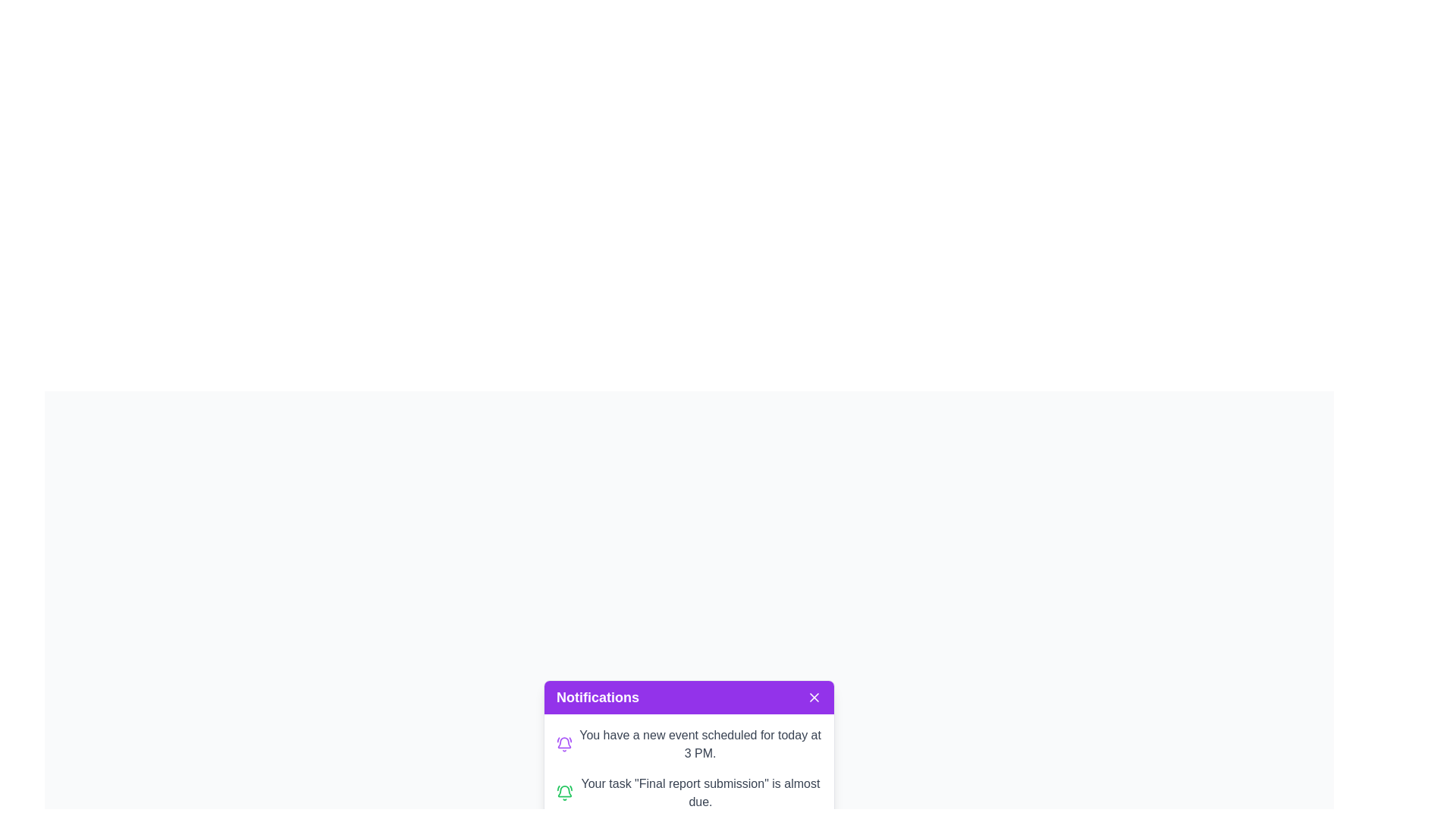  I want to click on the Text label that serves as a title or heading for the notifications, located in the top-left of the header section of the notification card, so click(597, 697).